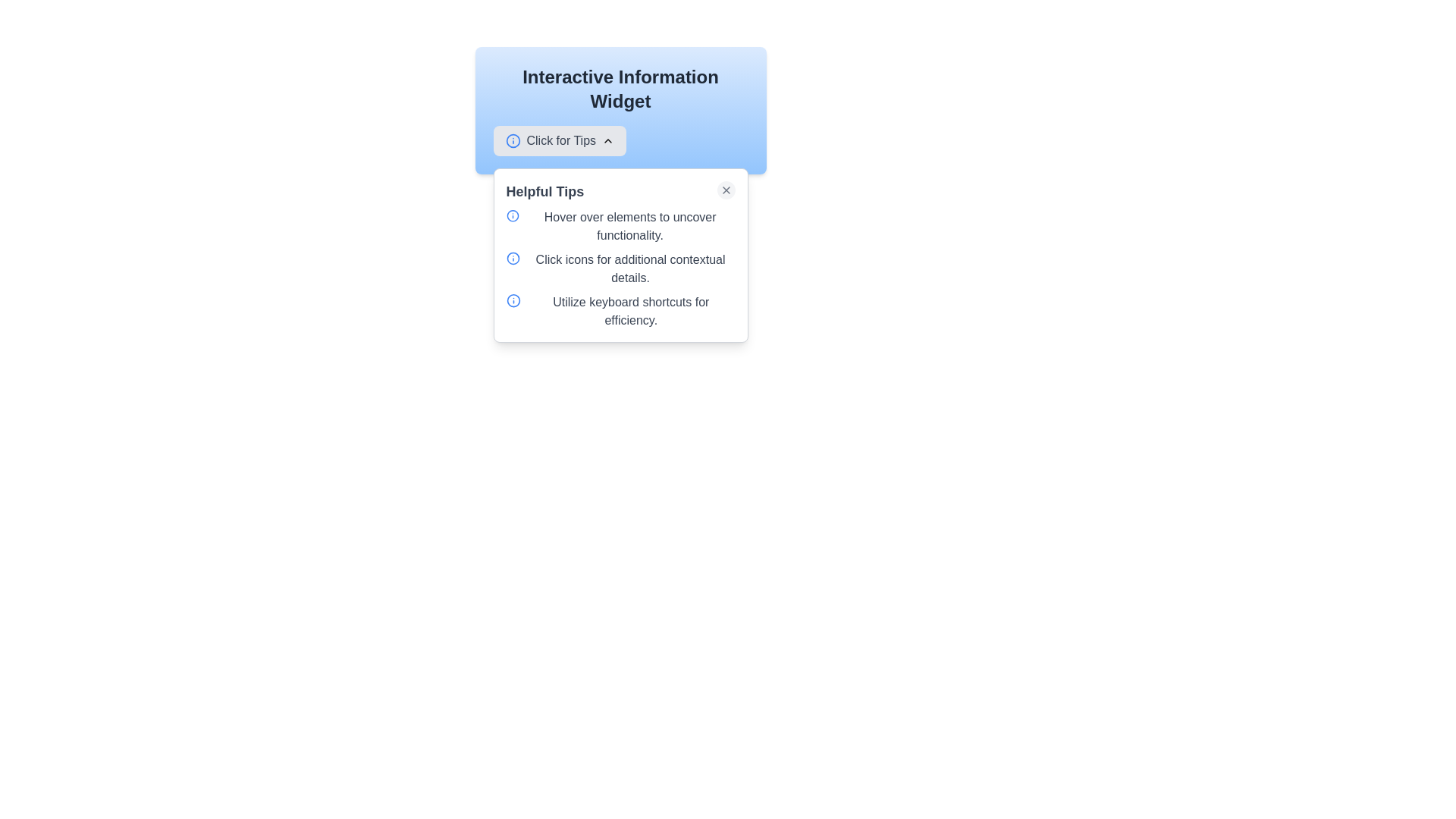 This screenshot has height=819, width=1456. I want to click on the informational text displaying 'Hover over elements to uncover functionality.' located in the middle of the 'Helpful Tips' section below the title 'Interactive Information Widget.', so click(630, 227).